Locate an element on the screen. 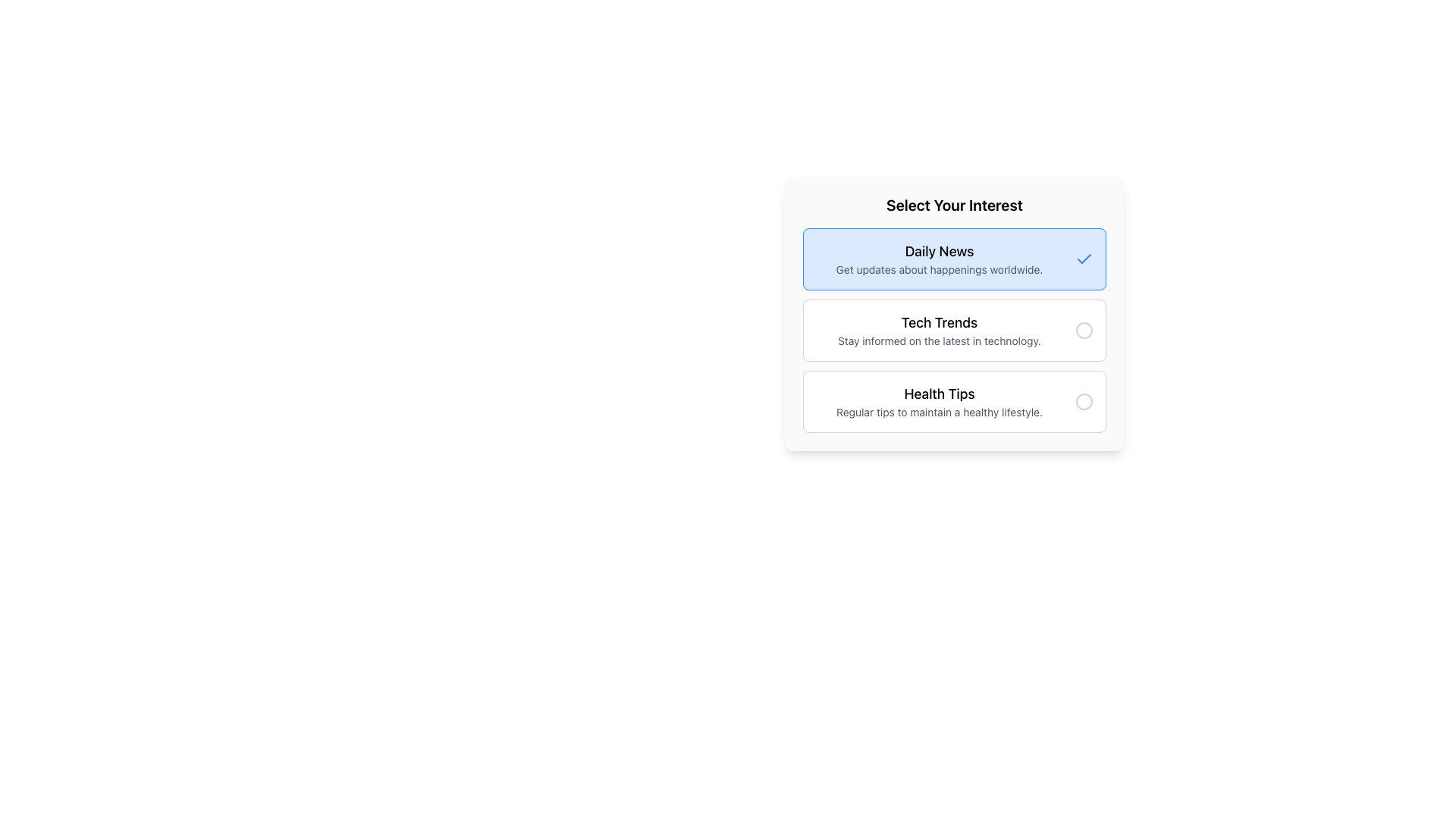 This screenshot has width=1456, height=819. text label that says 'Get updates about happenings worldwide.' This label is located below the 'Daily News' heading within a selectable card is located at coordinates (938, 268).